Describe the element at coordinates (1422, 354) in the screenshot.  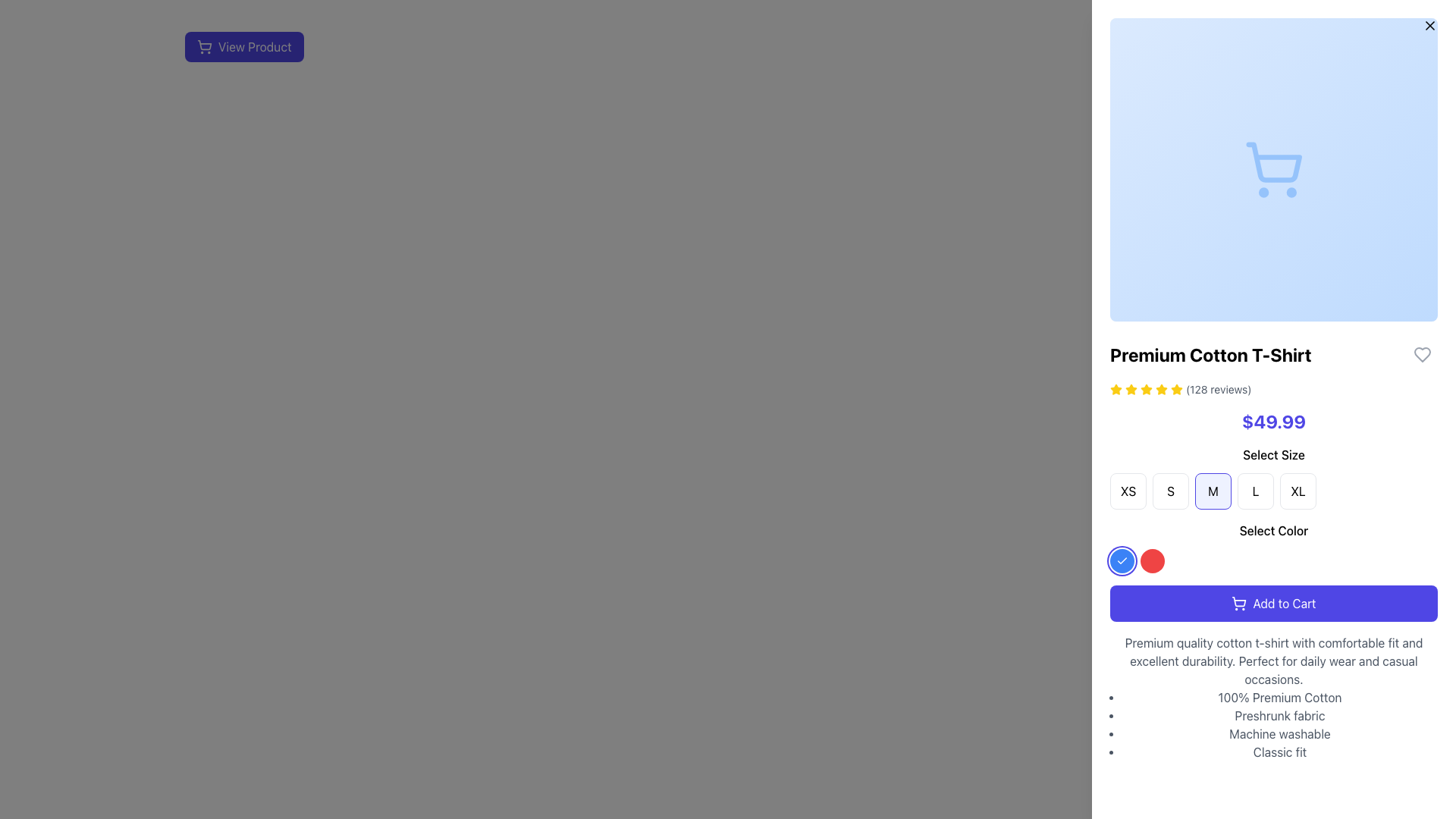
I see `the heart-shaped icon located at the top-right corner of the product description area to favorite the product` at that location.